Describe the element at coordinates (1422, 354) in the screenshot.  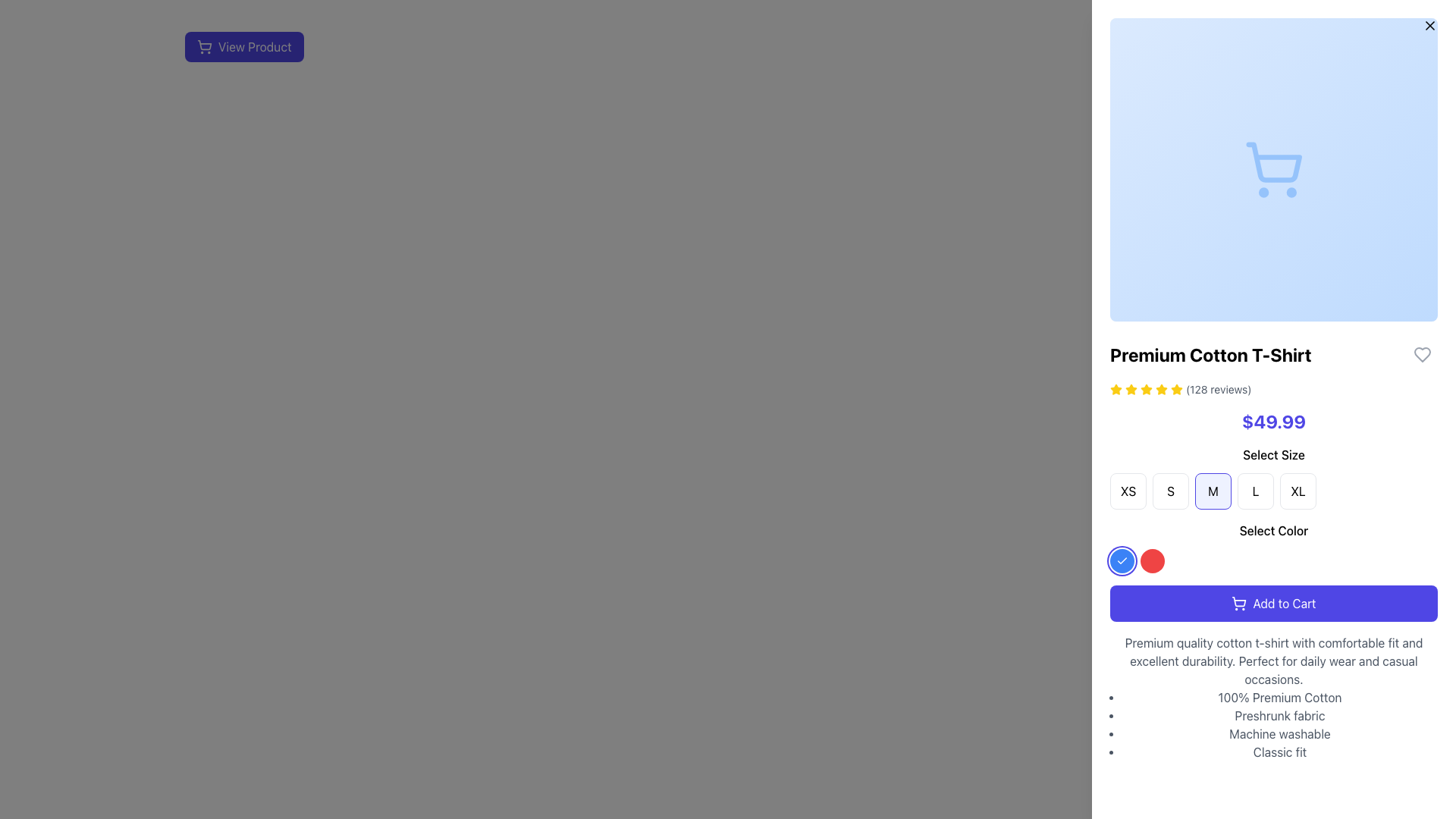
I see `the heart-shaped icon located at the top-right corner of the product description area to favorite the product` at that location.